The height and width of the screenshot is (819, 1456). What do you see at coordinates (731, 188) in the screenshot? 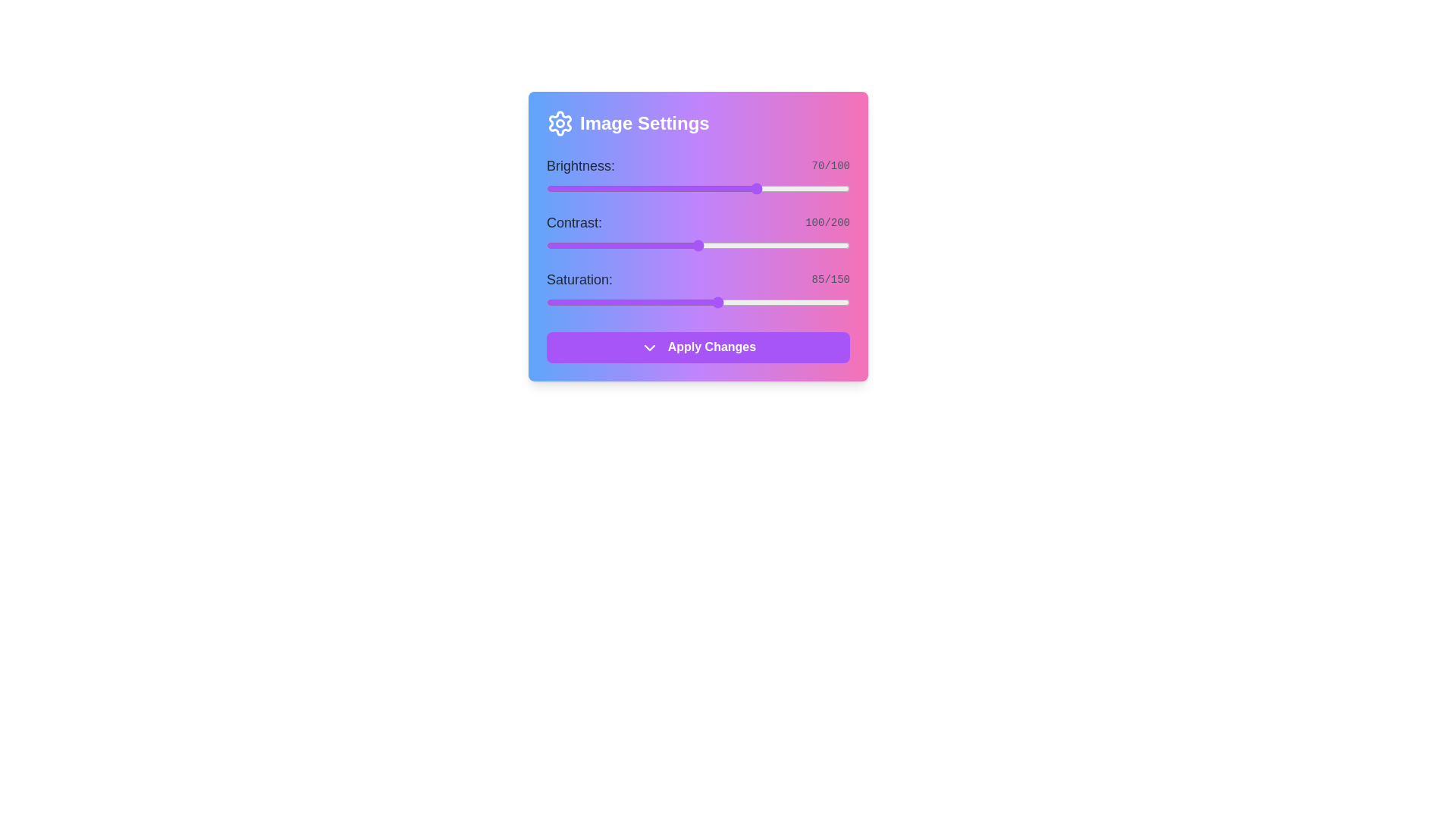
I see `the brightness slider to set brightness to 61` at bounding box center [731, 188].